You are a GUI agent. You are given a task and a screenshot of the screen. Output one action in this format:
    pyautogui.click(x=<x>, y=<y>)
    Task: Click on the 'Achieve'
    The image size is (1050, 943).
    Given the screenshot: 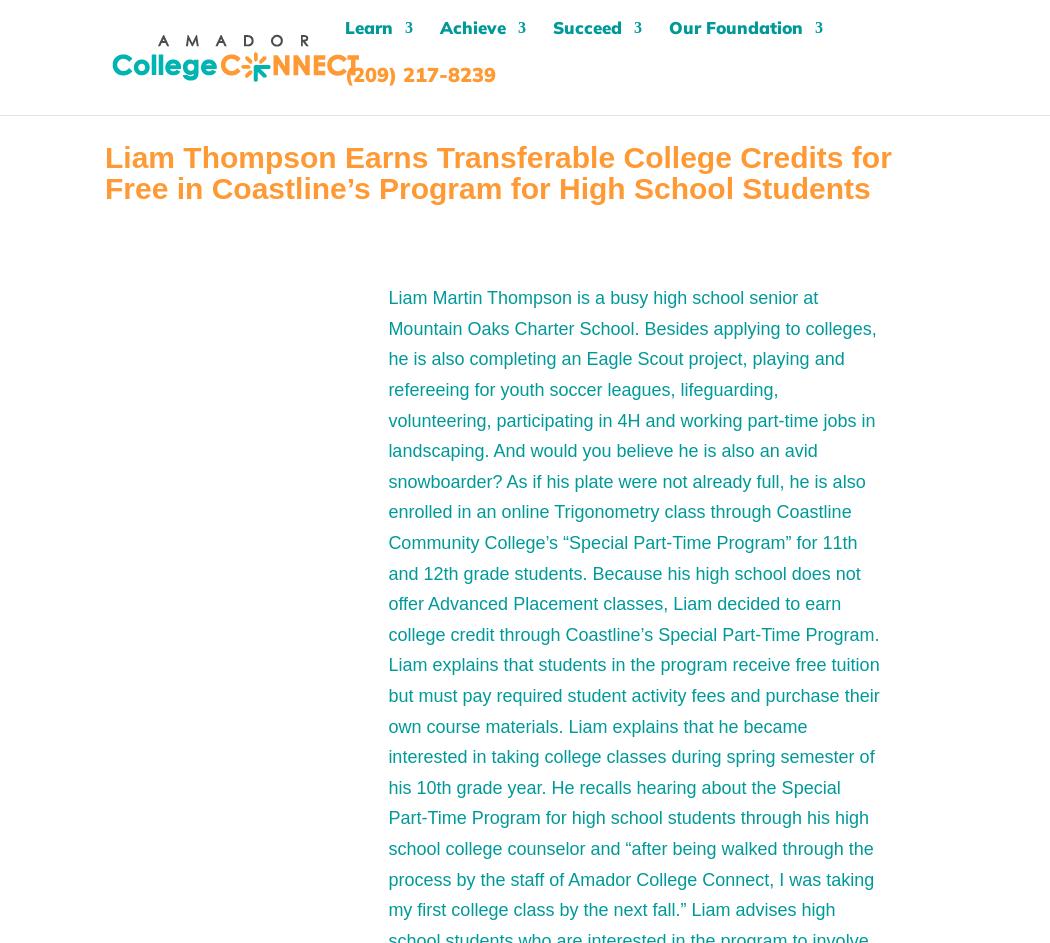 What is the action you would take?
    pyautogui.click(x=438, y=38)
    